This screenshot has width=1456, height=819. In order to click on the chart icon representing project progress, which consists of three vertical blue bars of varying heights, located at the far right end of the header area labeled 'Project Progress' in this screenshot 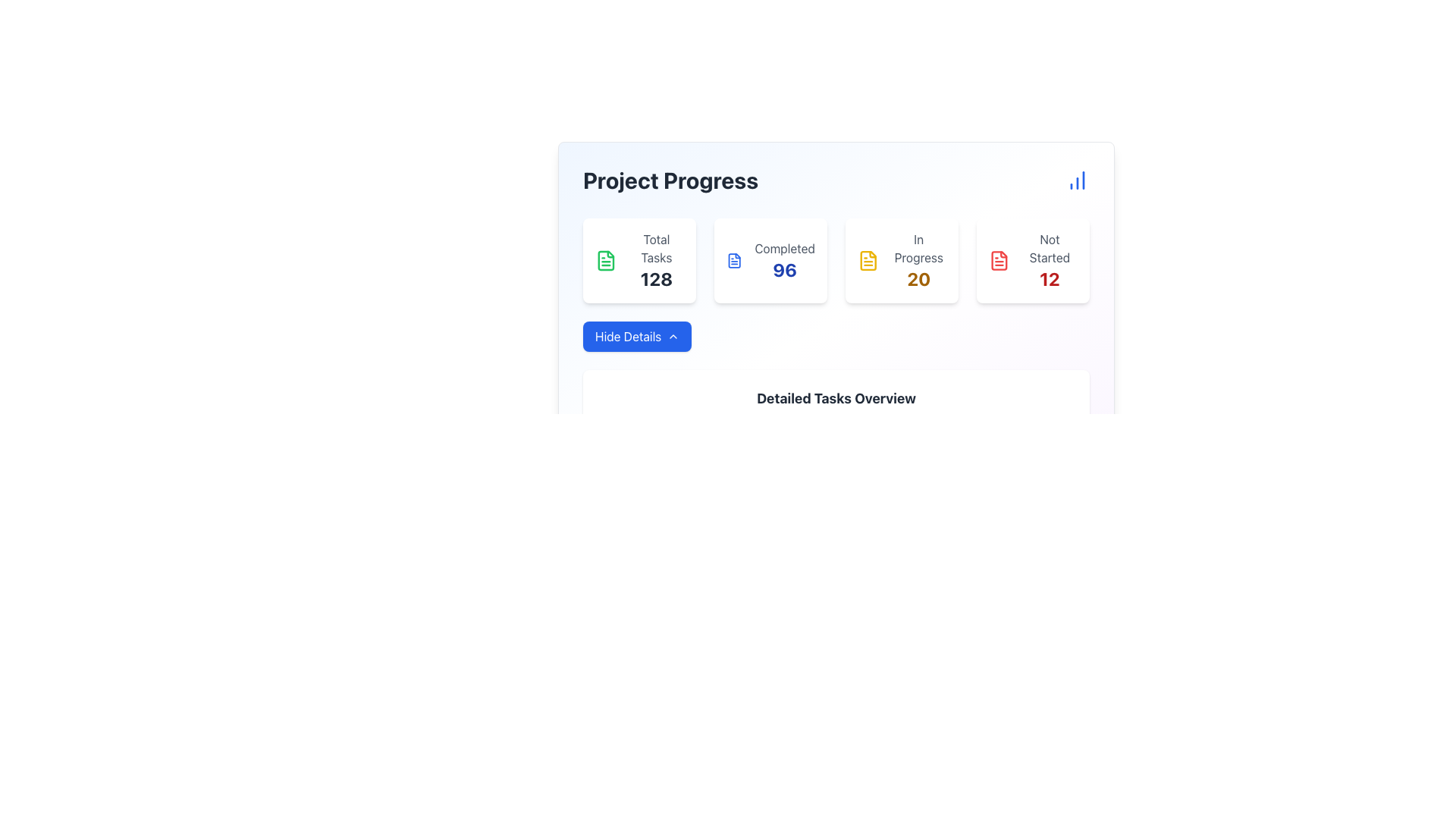, I will do `click(1076, 180)`.